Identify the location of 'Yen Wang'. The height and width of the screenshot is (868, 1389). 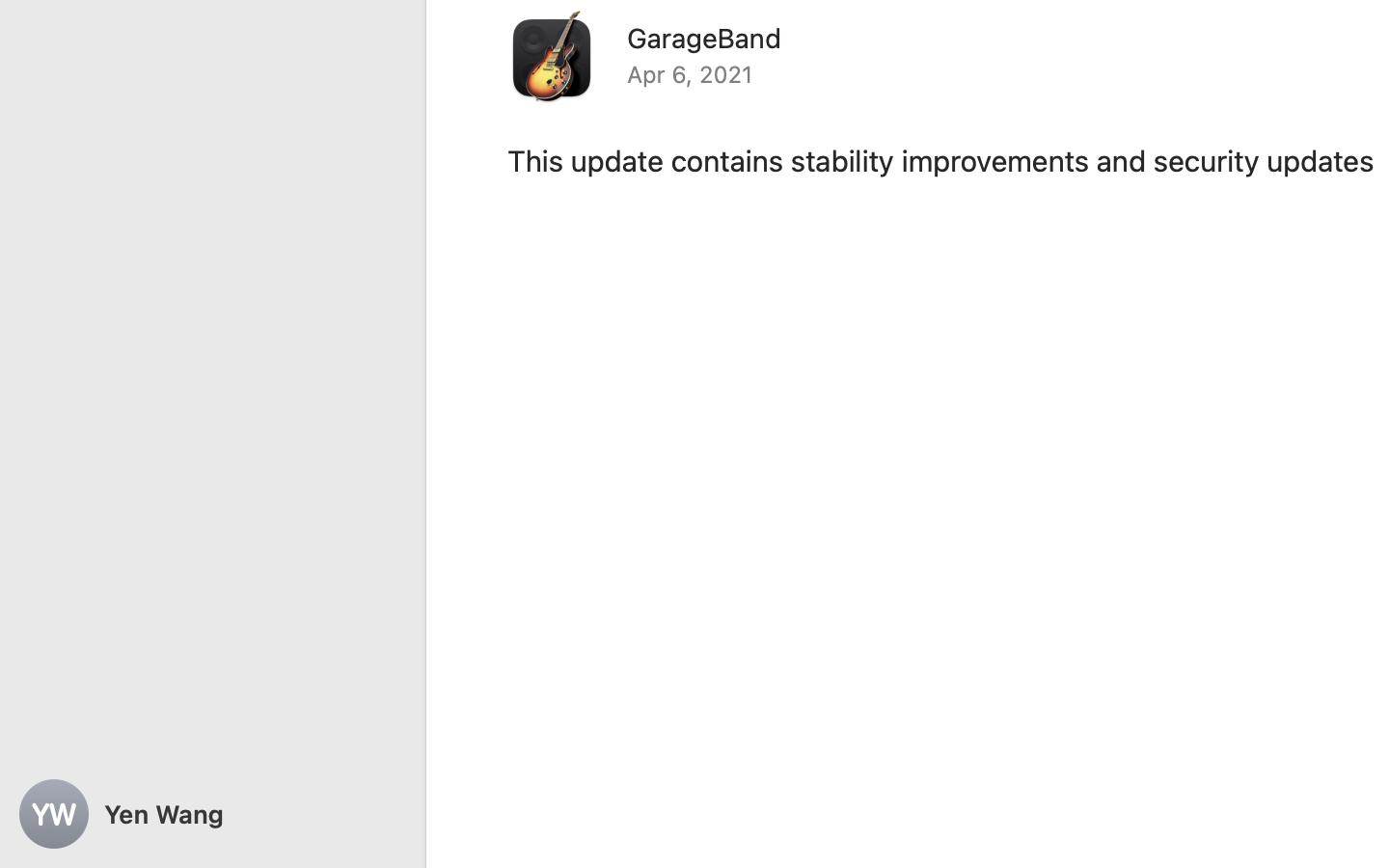
(212, 814).